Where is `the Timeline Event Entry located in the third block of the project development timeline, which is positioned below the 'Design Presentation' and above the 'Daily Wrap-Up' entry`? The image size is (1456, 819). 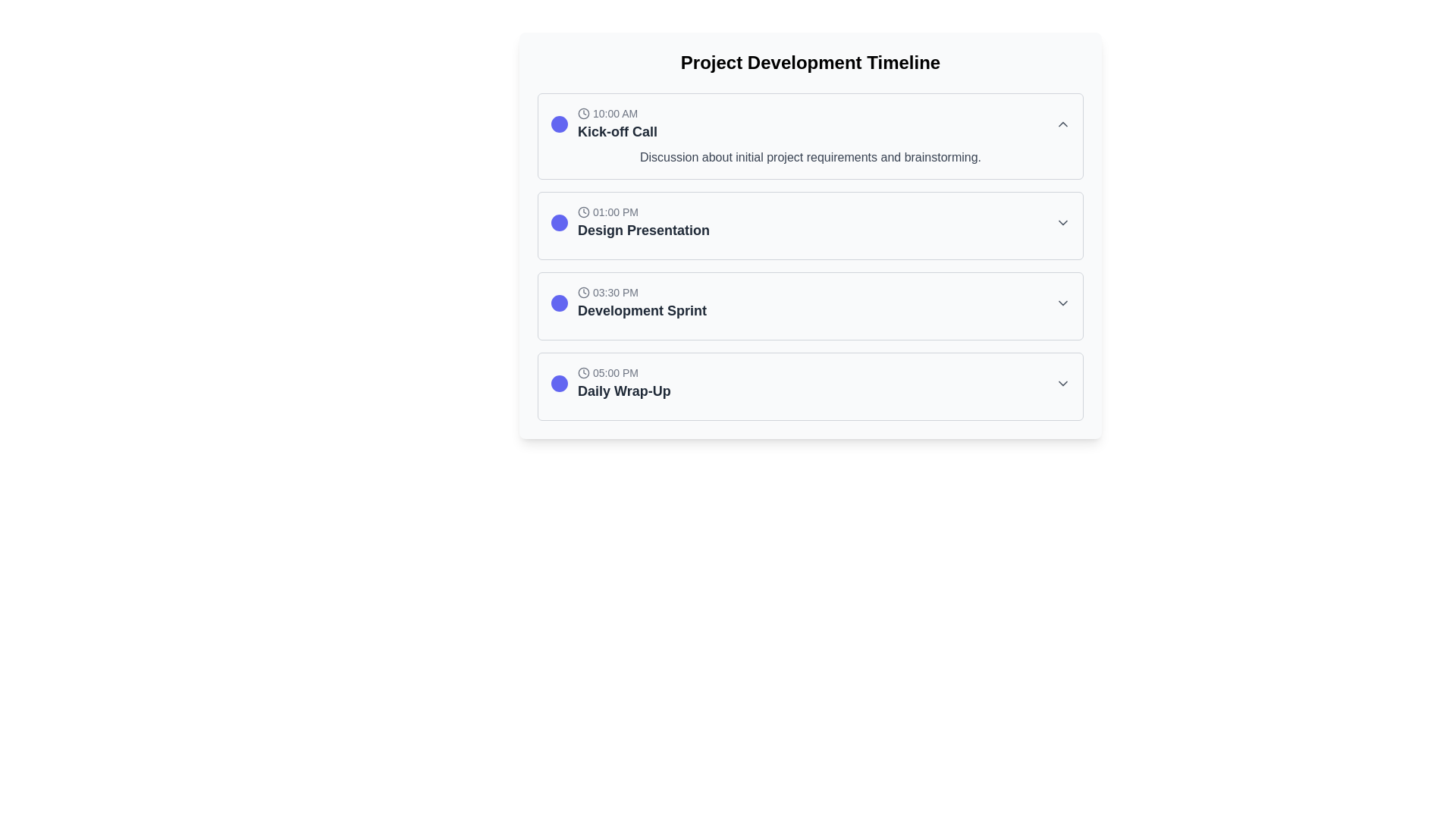 the Timeline Event Entry located in the third block of the project development timeline, which is positioned below the 'Design Presentation' and above the 'Daily Wrap-Up' entry is located at coordinates (629, 303).